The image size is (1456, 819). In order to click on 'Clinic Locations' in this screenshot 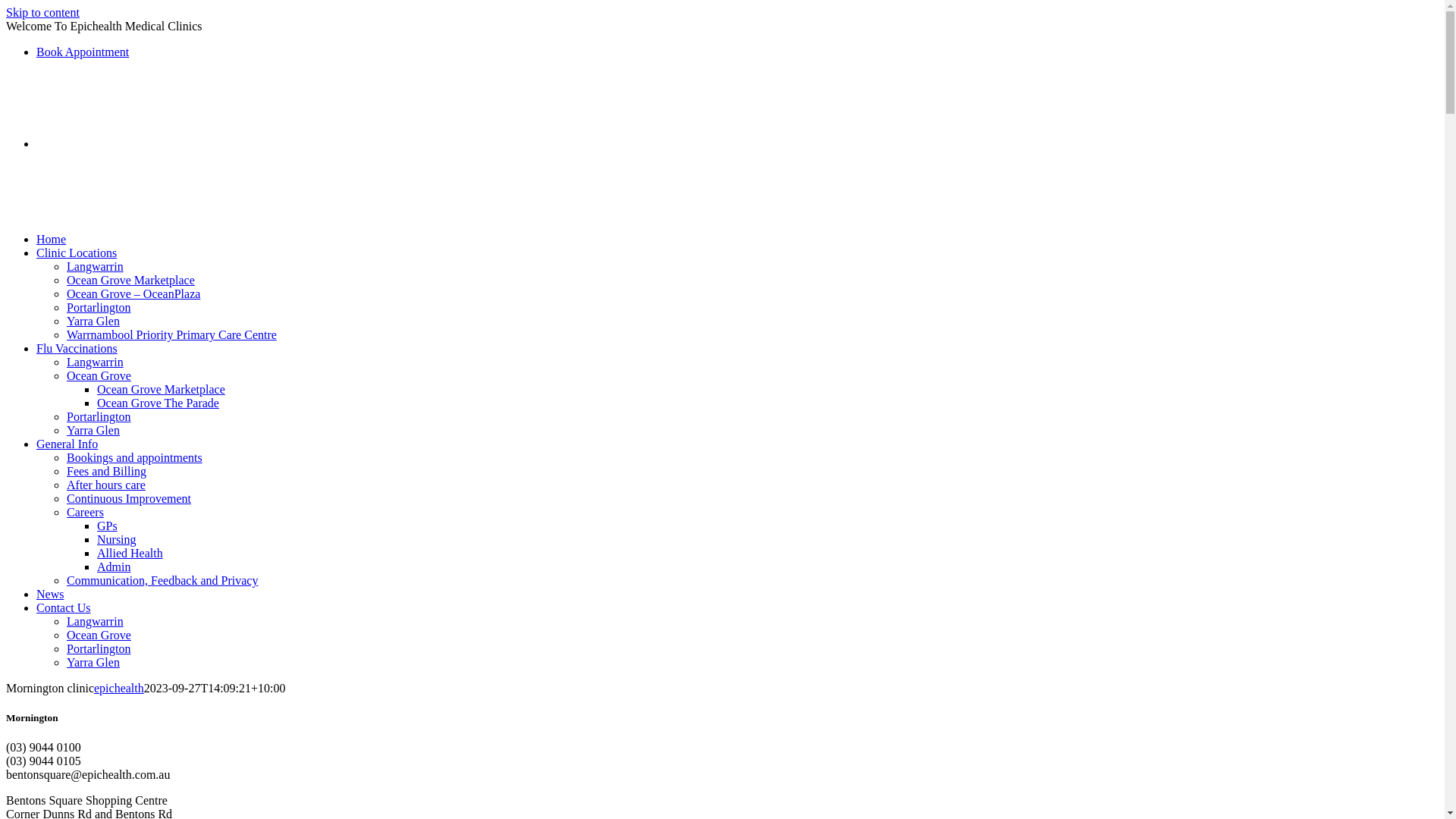, I will do `click(75, 252)`.